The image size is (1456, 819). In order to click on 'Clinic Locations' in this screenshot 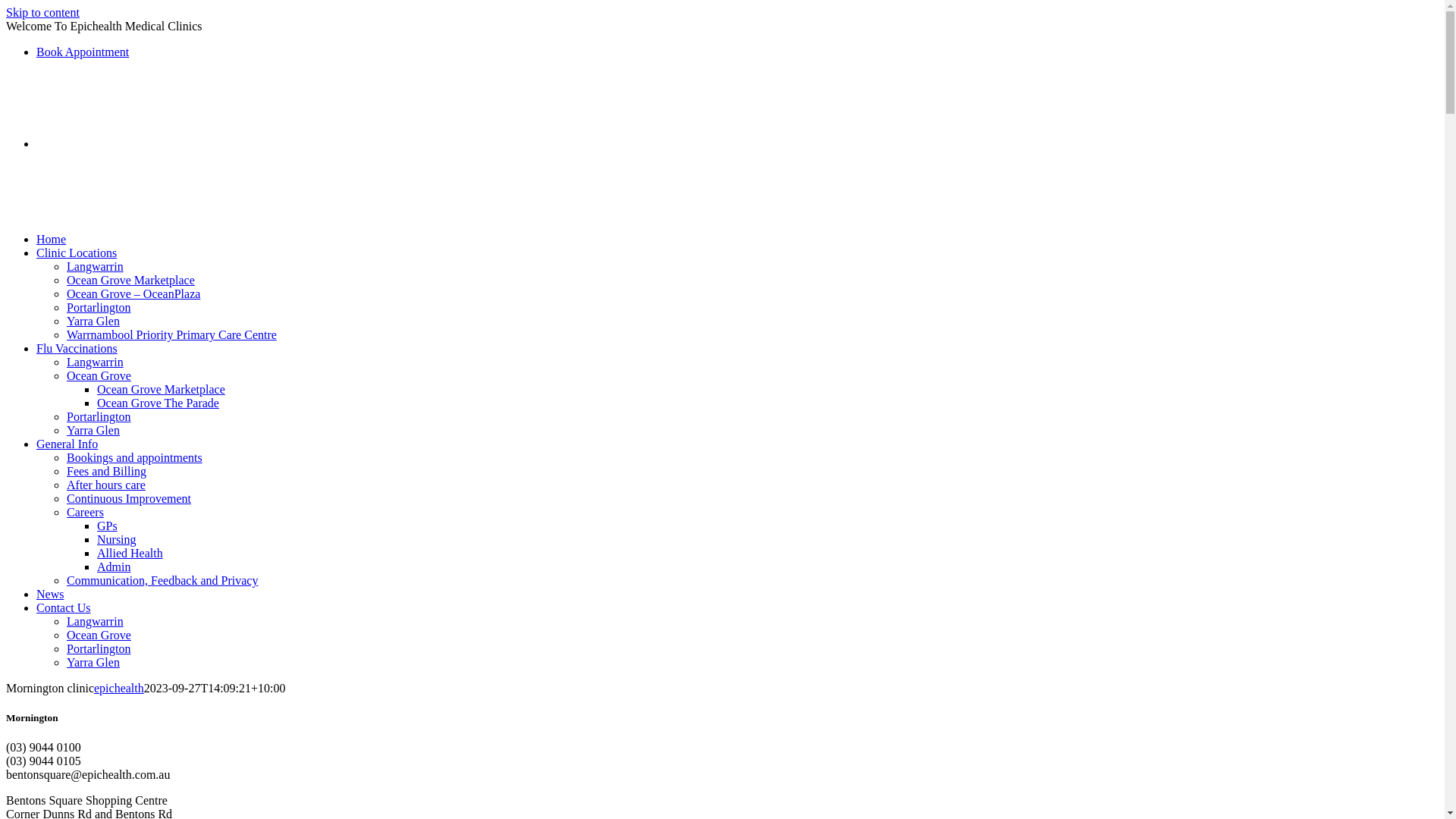, I will do `click(75, 252)`.